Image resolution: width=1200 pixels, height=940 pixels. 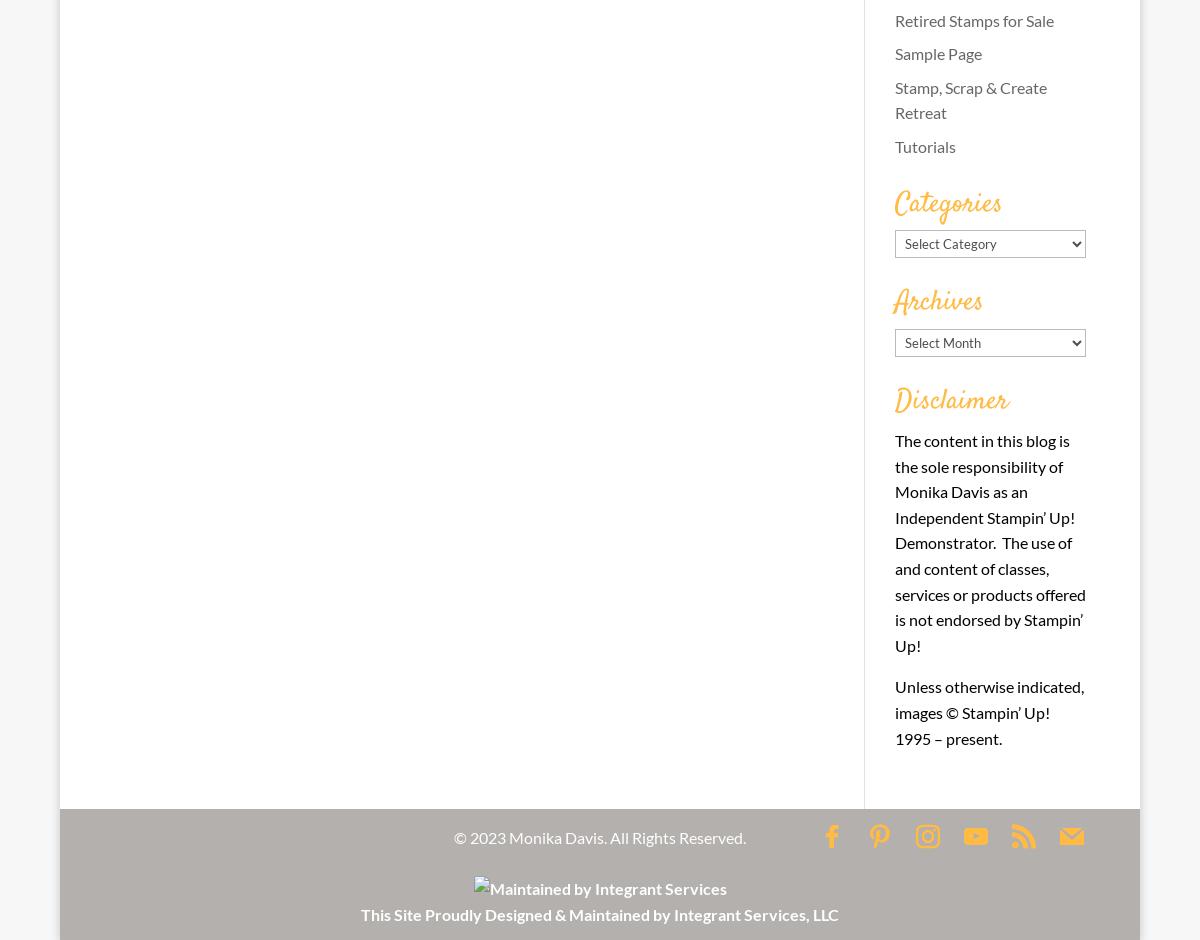 I want to click on 'This Site Proudly Designed & Maintained by Integrant Services, LLC', so click(x=600, y=912).